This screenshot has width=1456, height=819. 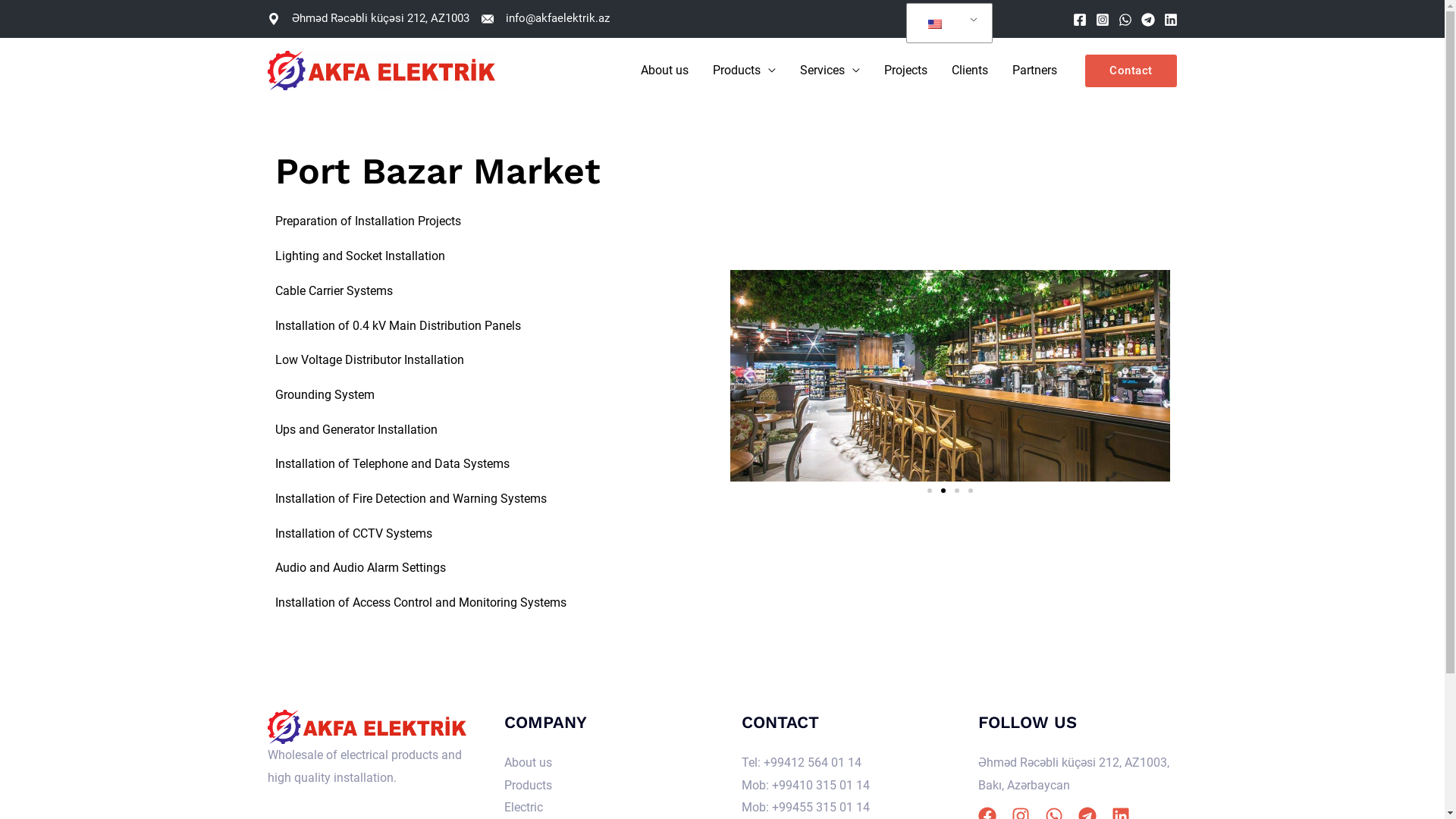 What do you see at coordinates (800, 762) in the screenshot?
I see `'Tel: +99412 564 01 14'` at bounding box center [800, 762].